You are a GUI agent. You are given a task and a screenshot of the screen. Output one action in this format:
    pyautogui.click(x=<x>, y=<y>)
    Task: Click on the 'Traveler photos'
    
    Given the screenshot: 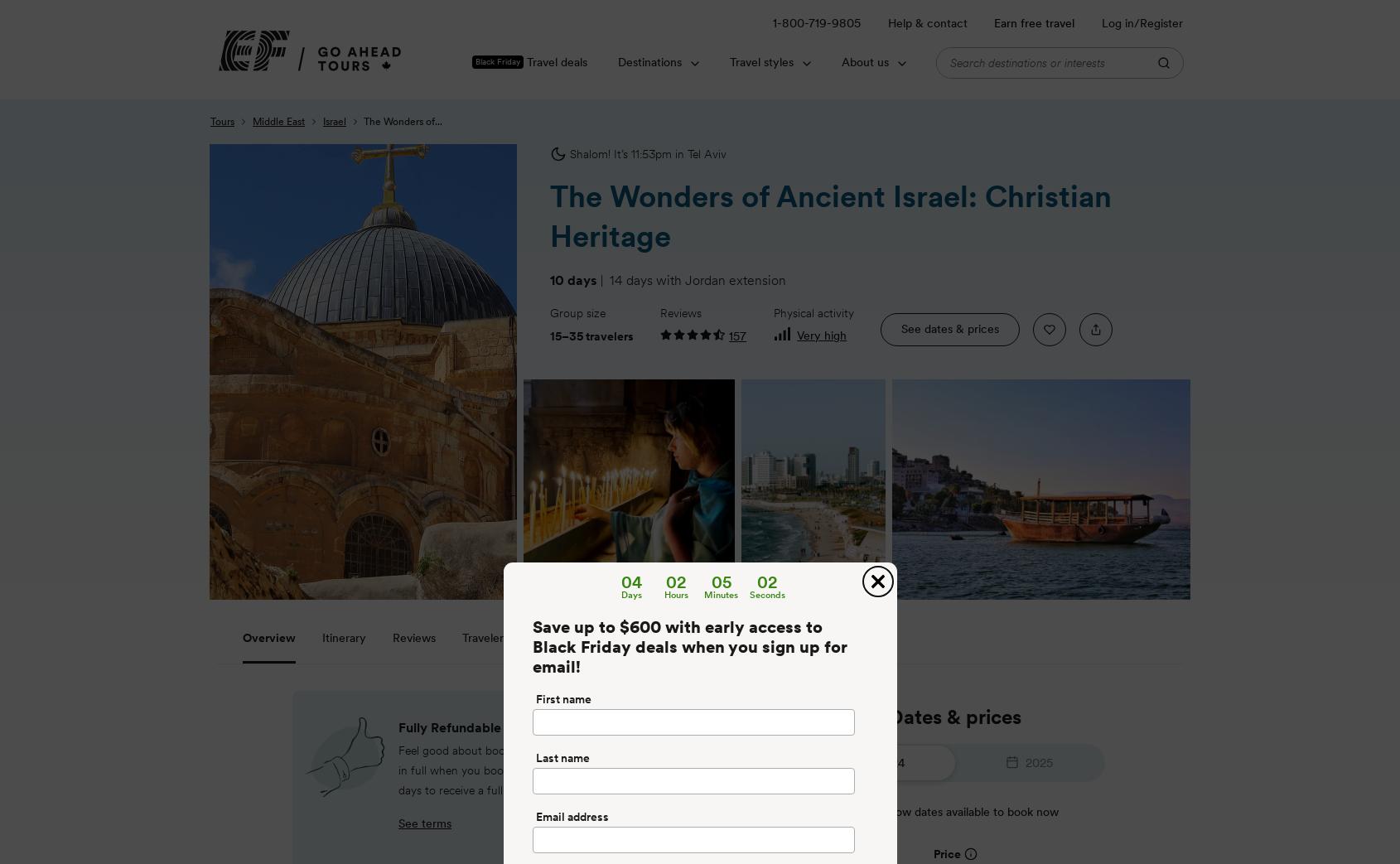 What is the action you would take?
    pyautogui.click(x=502, y=637)
    